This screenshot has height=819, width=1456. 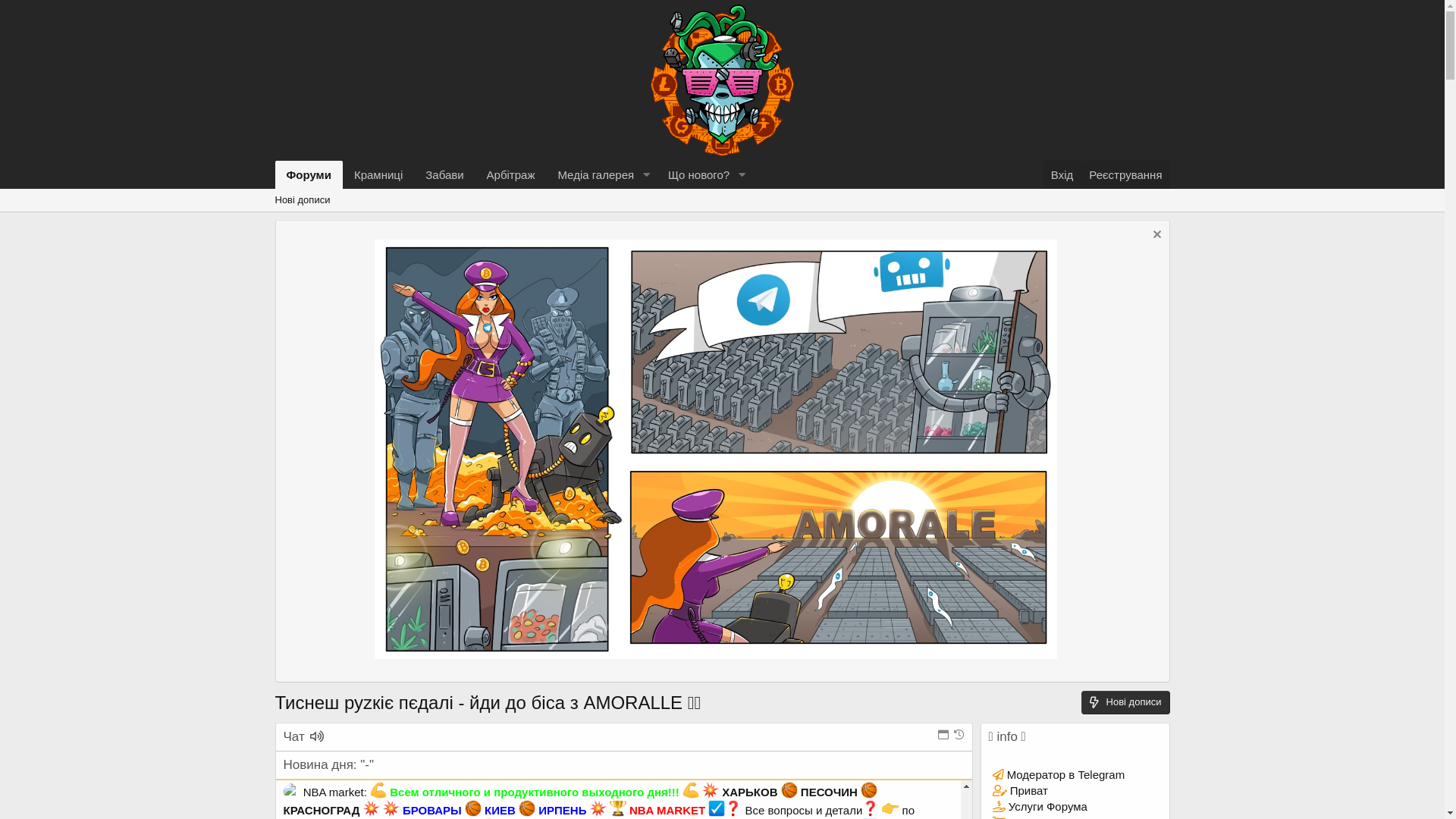 What do you see at coordinates (391, 807) in the screenshot?
I see `'Collision    :boom:'` at bounding box center [391, 807].